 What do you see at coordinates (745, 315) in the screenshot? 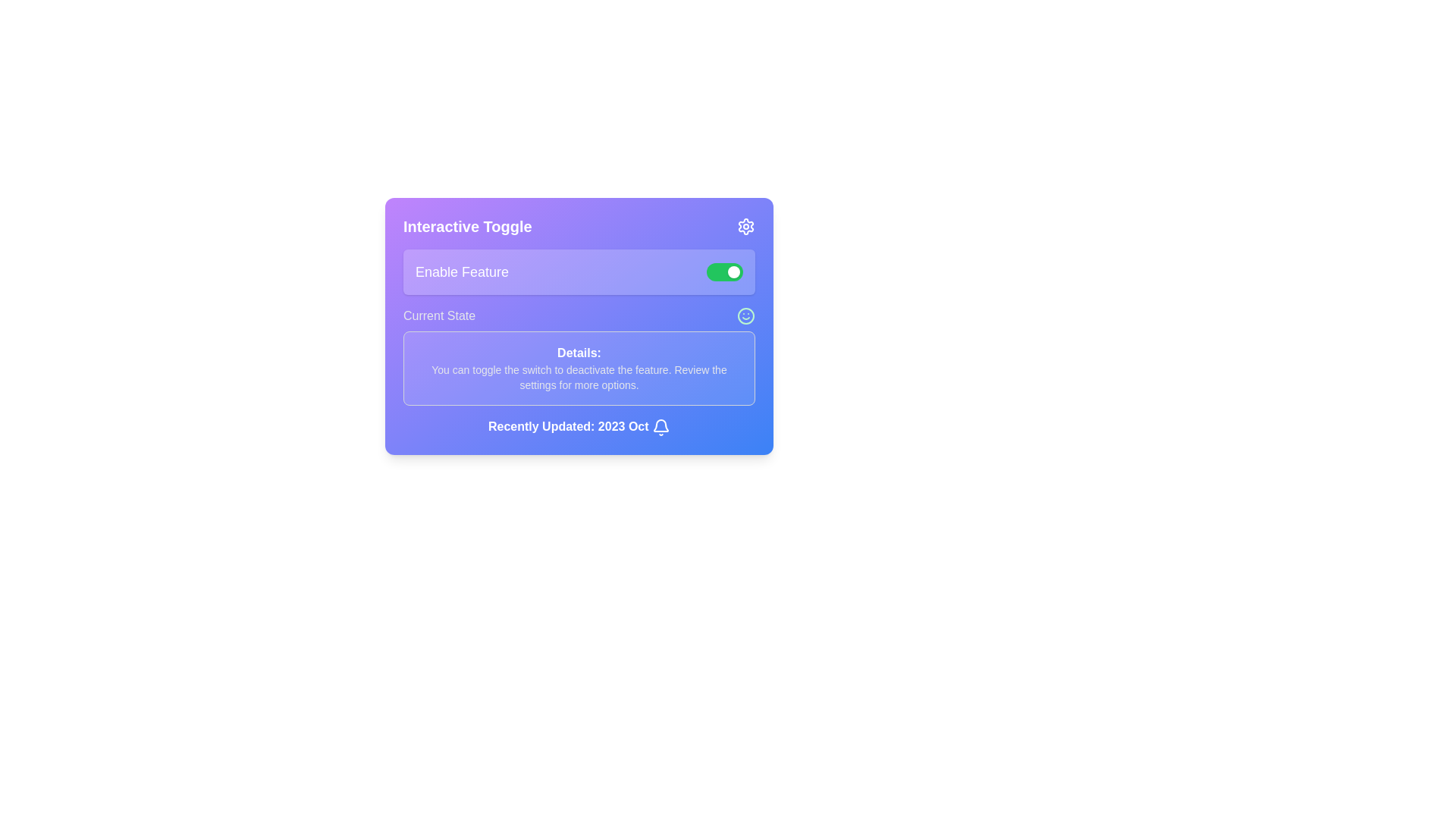
I see `the green smiley icon located in the 'Current State' section, positioned at the top-right of the rectangle containing its label` at bounding box center [745, 315].